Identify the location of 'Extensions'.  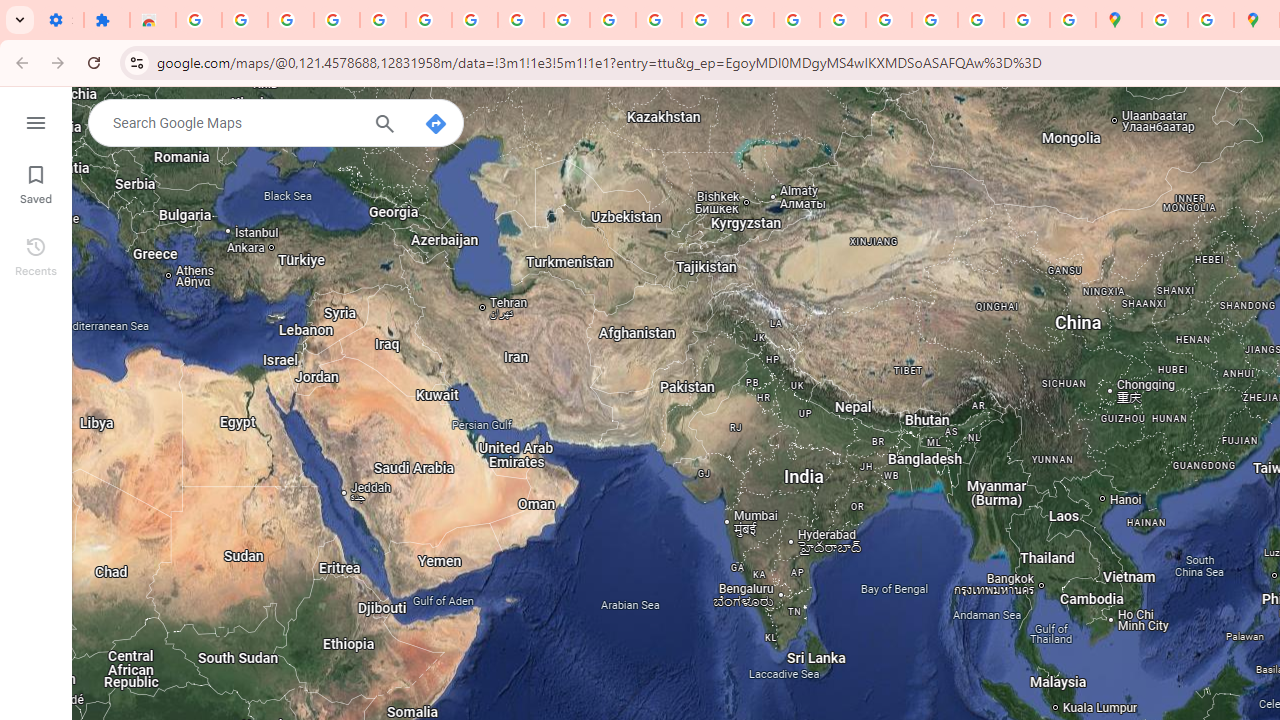
(106, 20).